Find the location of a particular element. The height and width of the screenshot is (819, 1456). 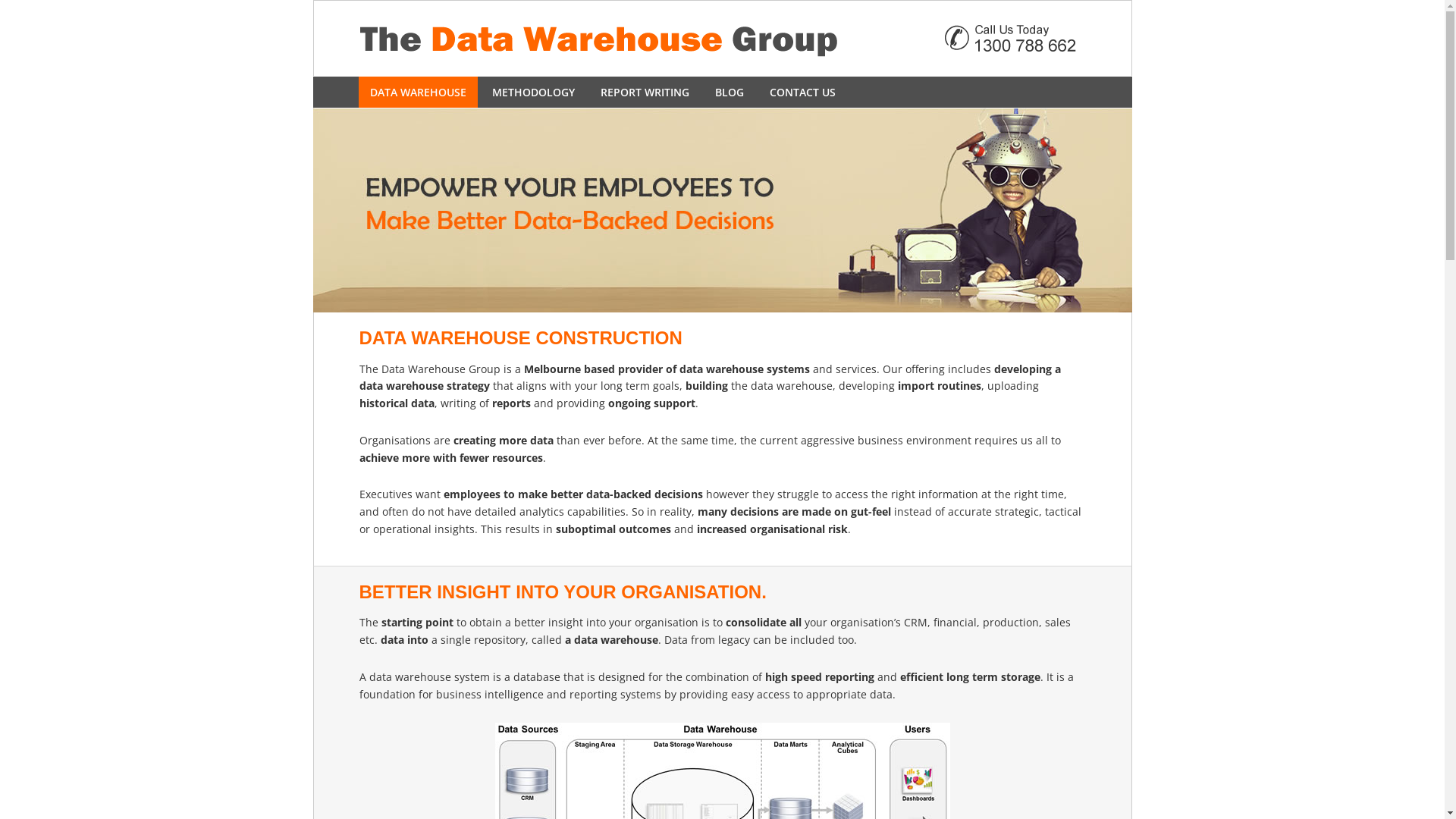

'BLOG' is located at coordinates (729, 92).